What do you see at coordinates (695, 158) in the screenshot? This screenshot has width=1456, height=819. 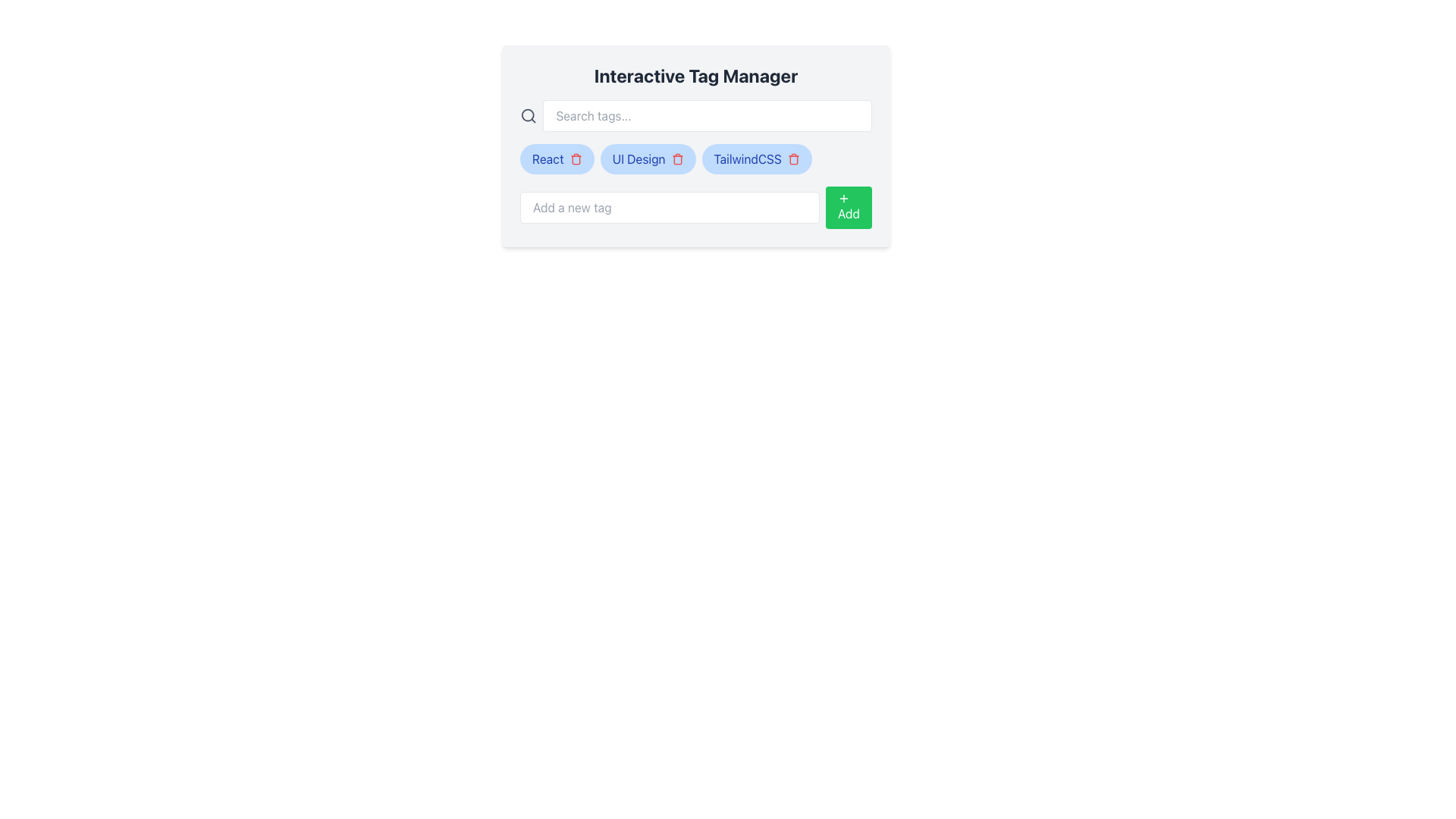 I see `the tag group display containing the tags 'React', 'UI Design', and 'TailwindCSS'` at bounding box center [695, 158].